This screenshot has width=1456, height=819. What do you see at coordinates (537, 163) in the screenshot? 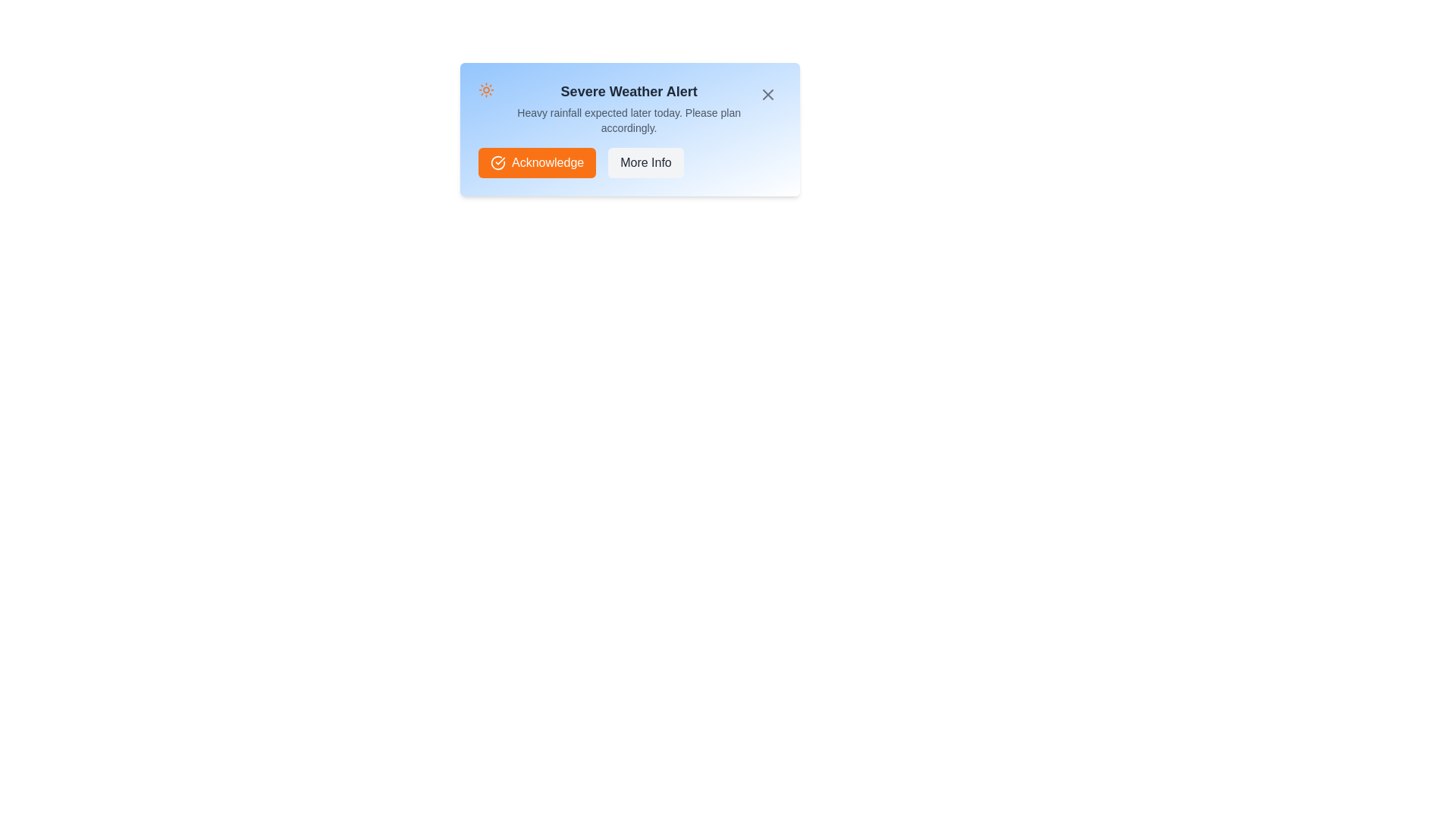
I see `'Acknowledge' button to acknowledge the alert` at bounding box center [537, 163].